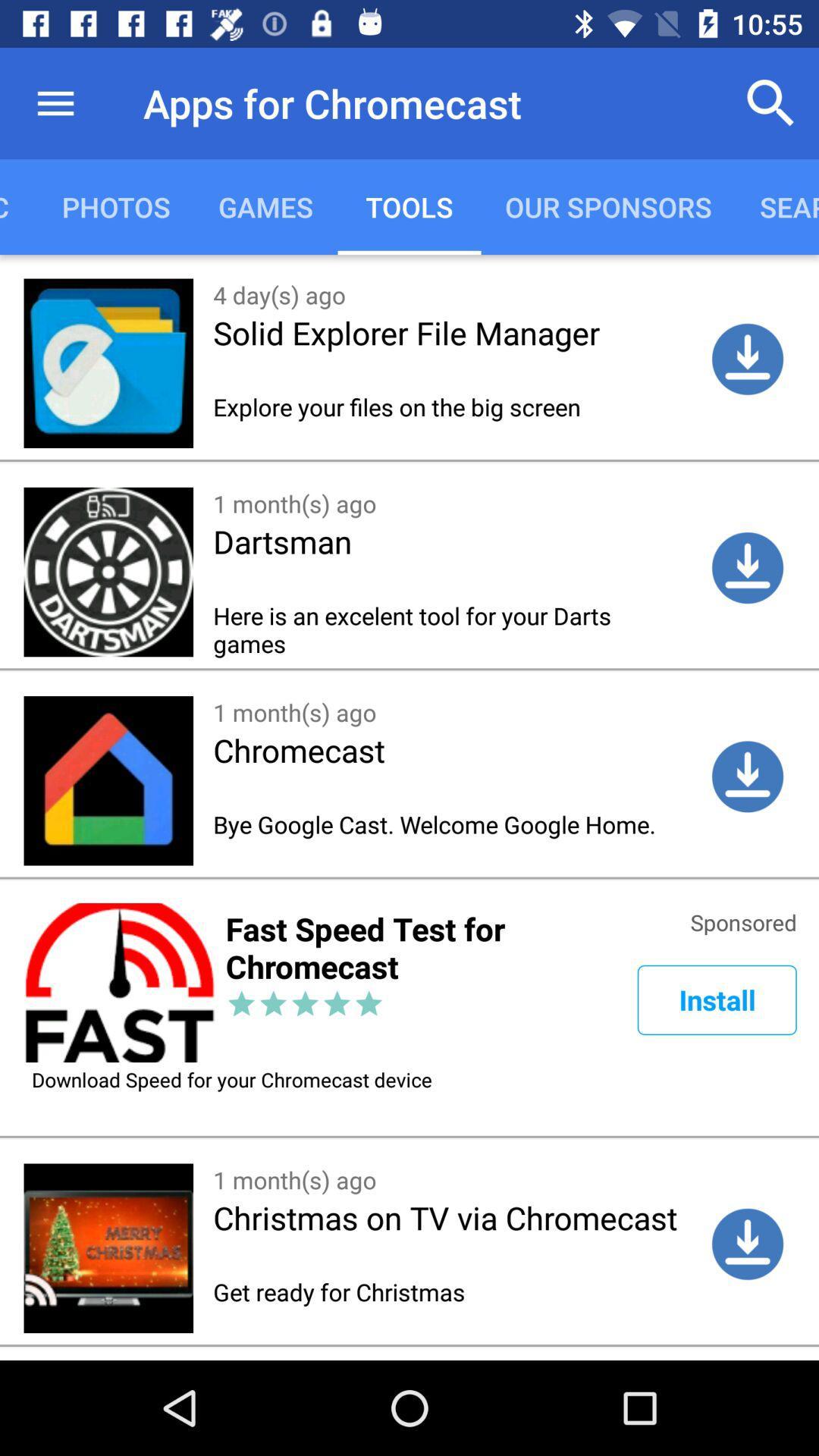 Image resolution: width=819 pixels, height=1456 pixels. I want to click on icon next to the apps for chromecast item, so click(55, 102).